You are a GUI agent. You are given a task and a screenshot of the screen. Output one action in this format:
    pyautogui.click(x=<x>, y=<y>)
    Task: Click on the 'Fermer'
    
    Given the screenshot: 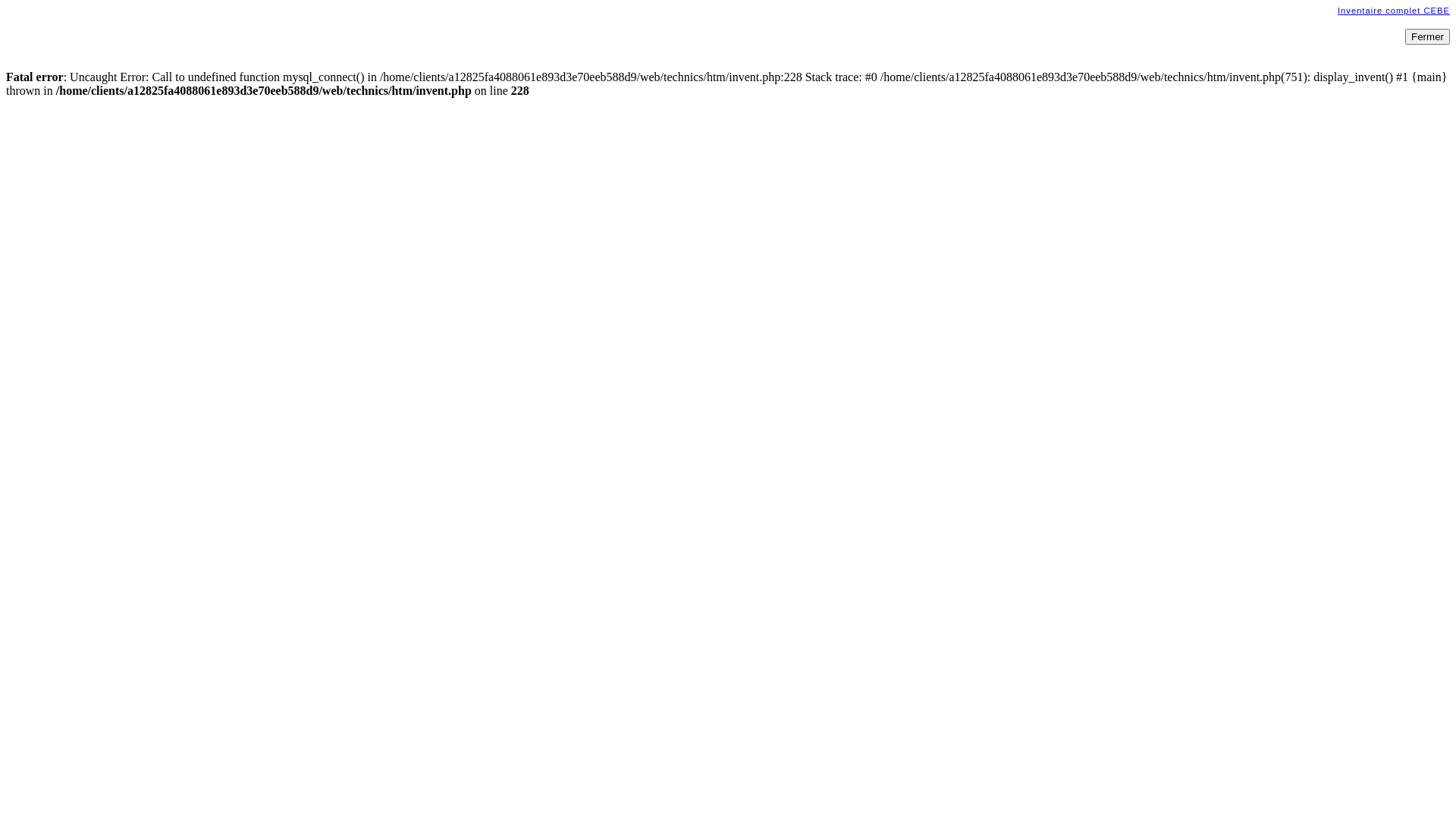 What is the action you would take?
    pyautogui.click(x=1404, y=36)
    